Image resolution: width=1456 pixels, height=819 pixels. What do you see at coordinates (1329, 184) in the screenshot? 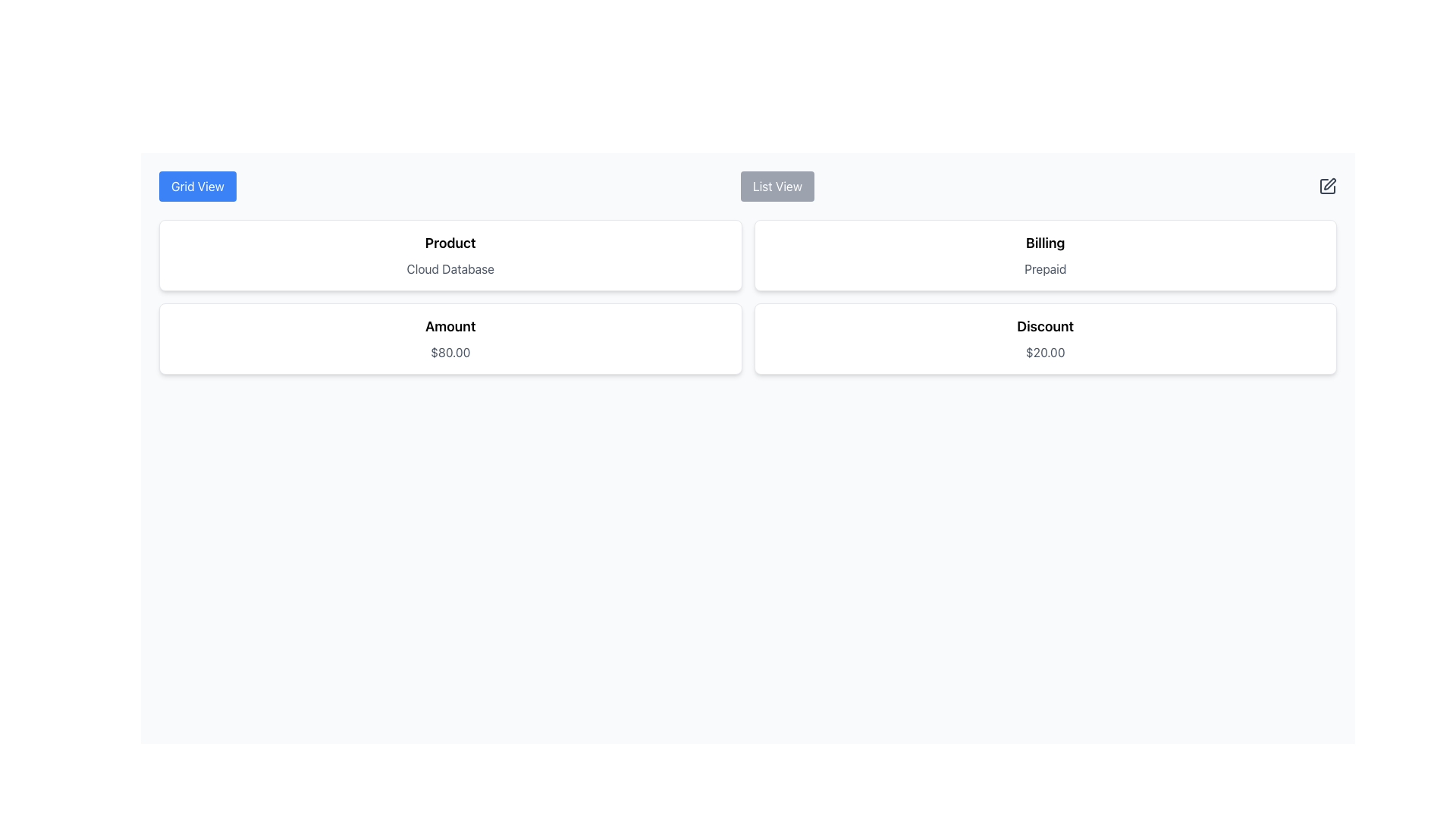
I see `the edit button located in the top-right corner of the interface` at bounding box center [1329, 184].